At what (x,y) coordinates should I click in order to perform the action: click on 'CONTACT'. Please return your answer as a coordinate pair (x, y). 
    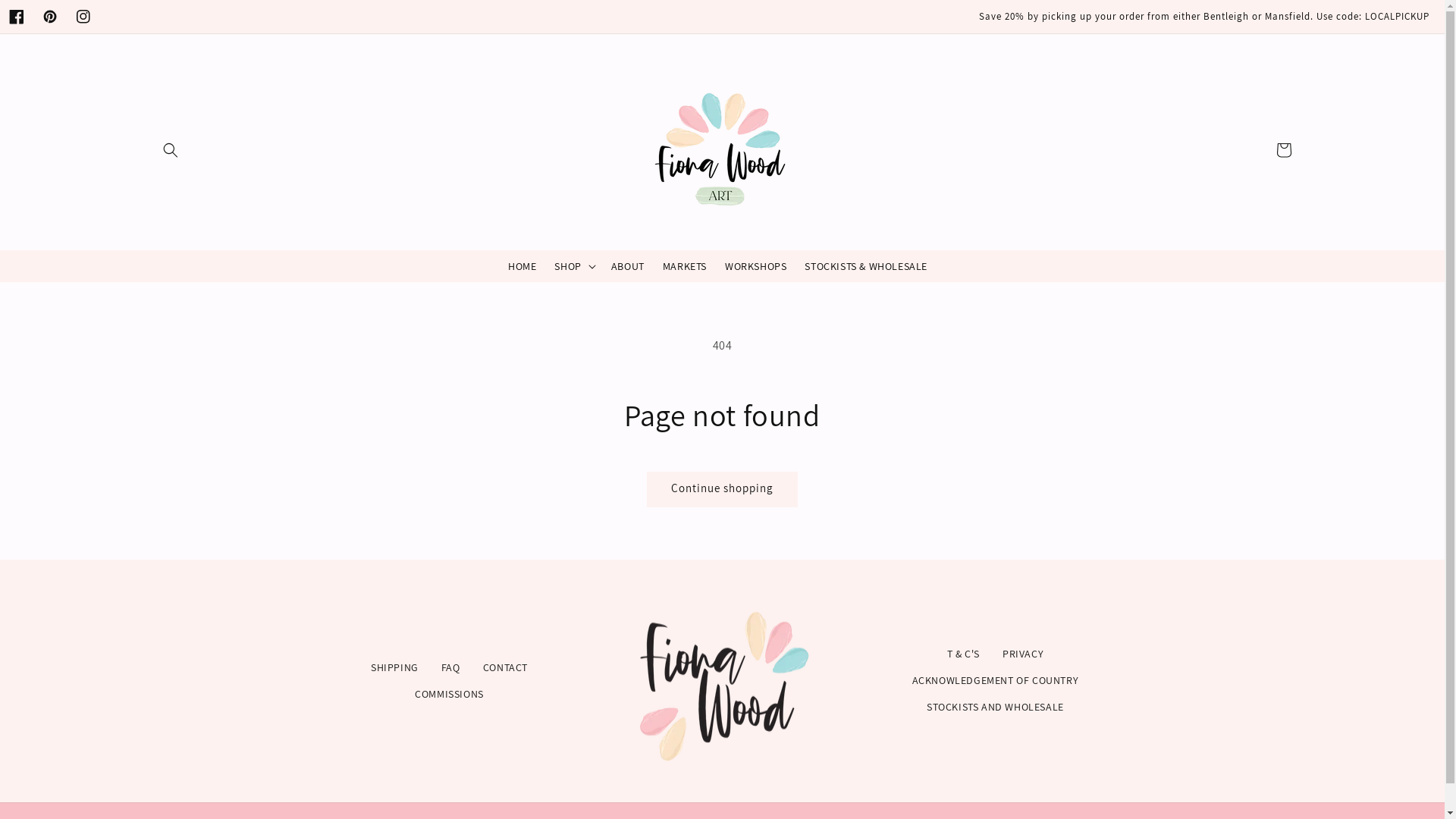
    Looking at the image, I should click on (505, 667).